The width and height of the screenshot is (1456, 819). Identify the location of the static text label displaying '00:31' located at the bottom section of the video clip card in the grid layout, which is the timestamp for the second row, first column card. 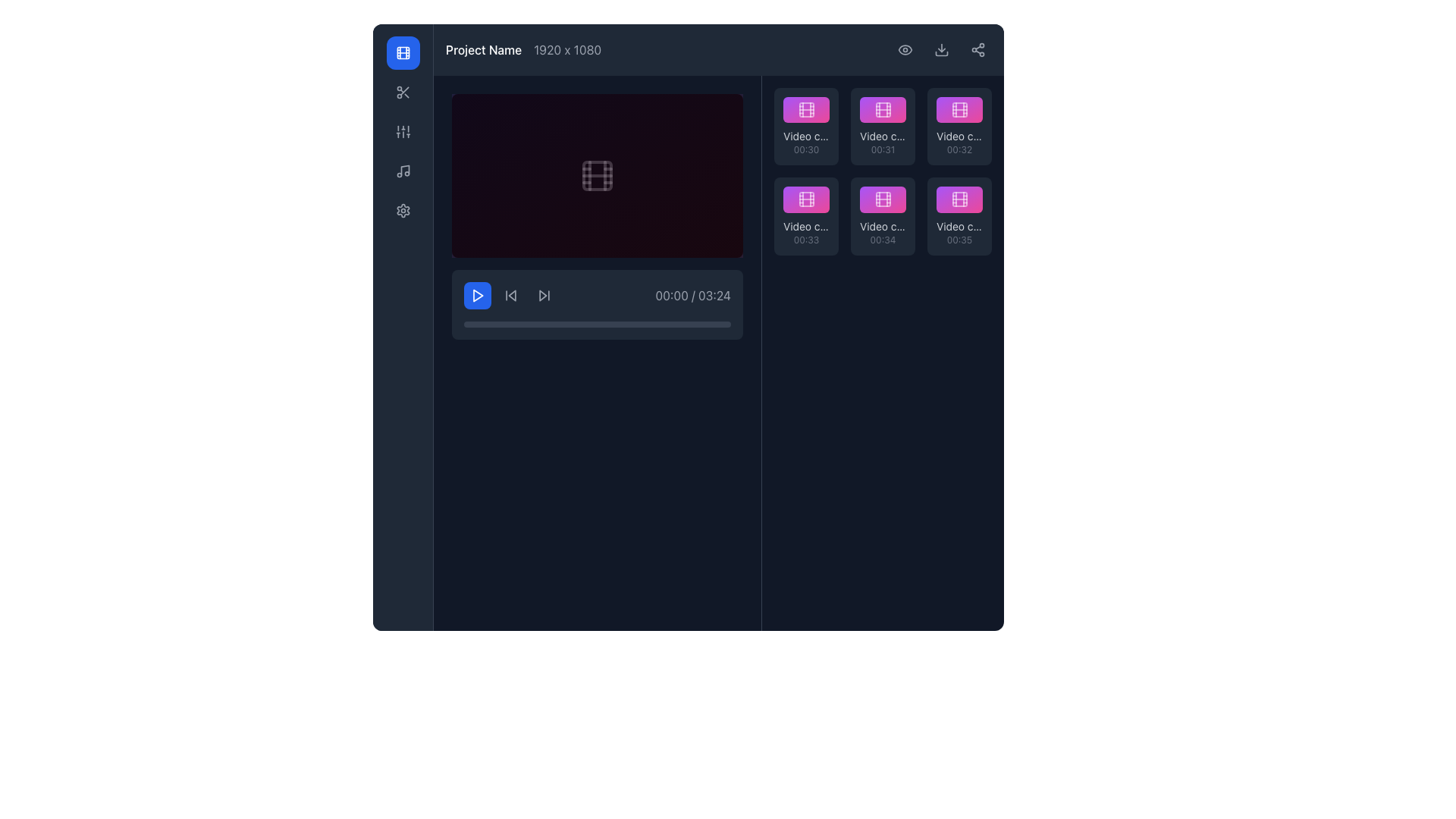
(883, 150).